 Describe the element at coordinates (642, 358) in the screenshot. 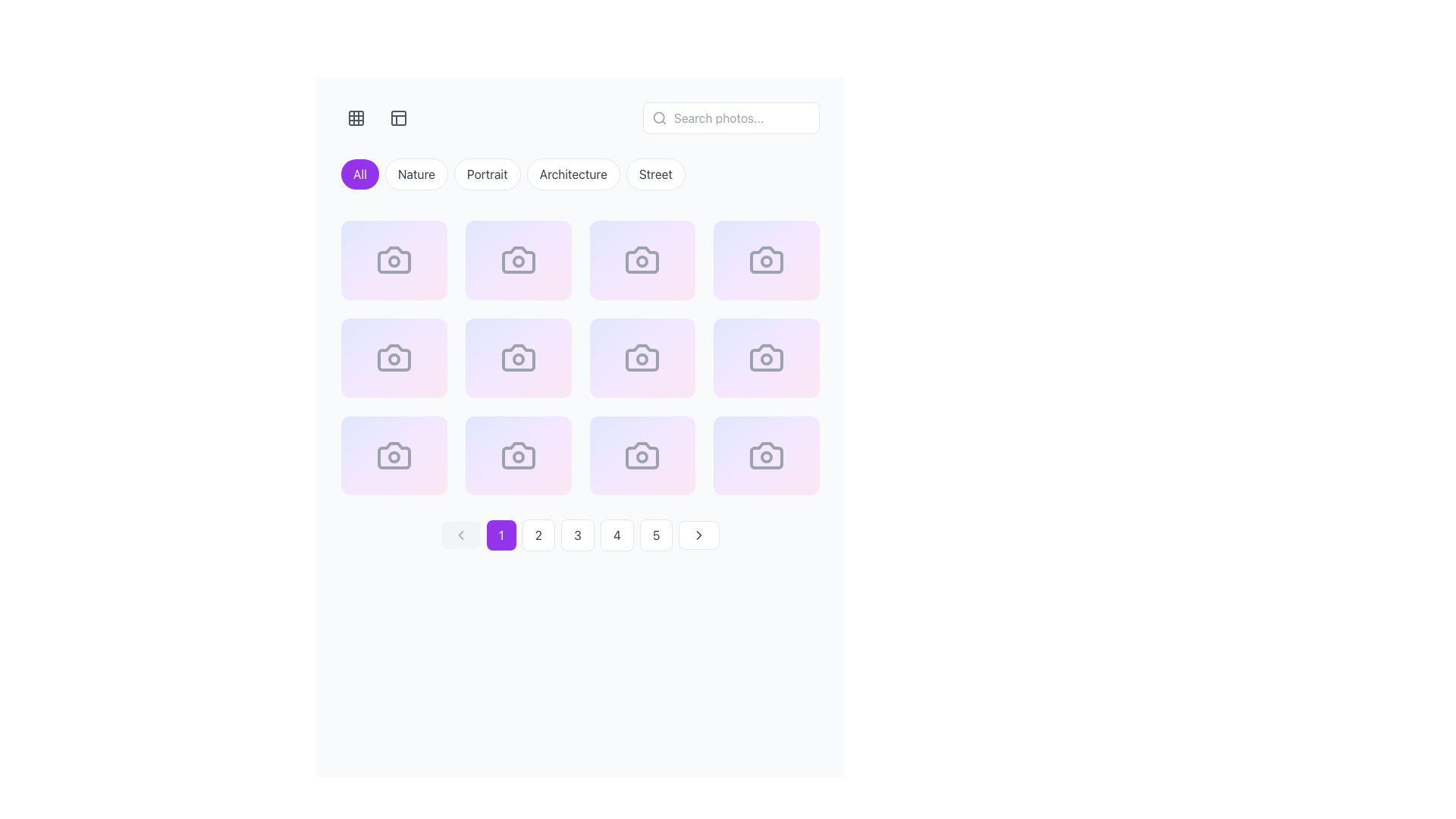

I see `the decorative camera icon located in the second column of the third row within a grid of image placeholders` at that location.